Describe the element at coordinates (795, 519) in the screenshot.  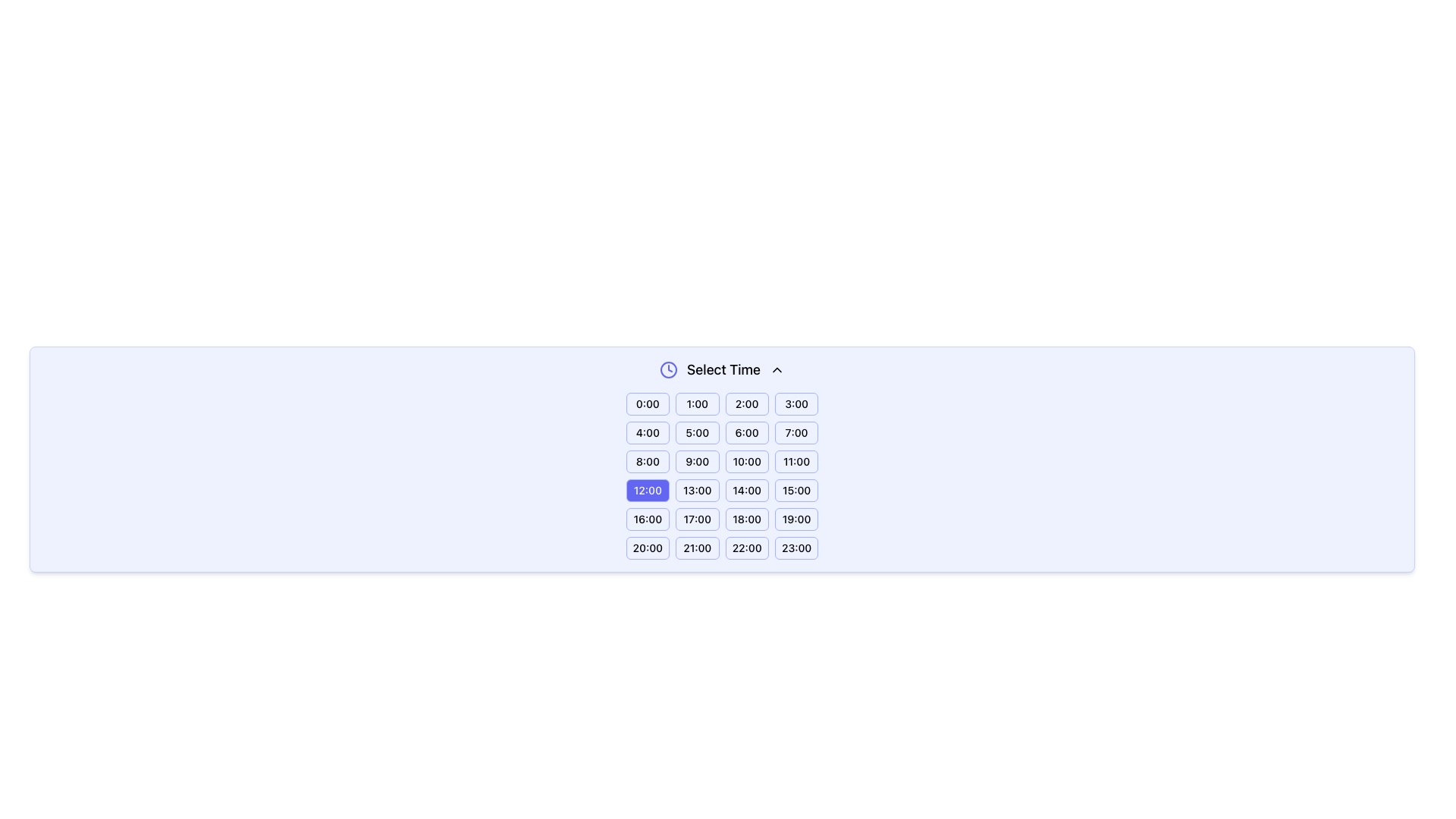
I see `the button in the fifth row and fourth column of the time selection grid` at that location.